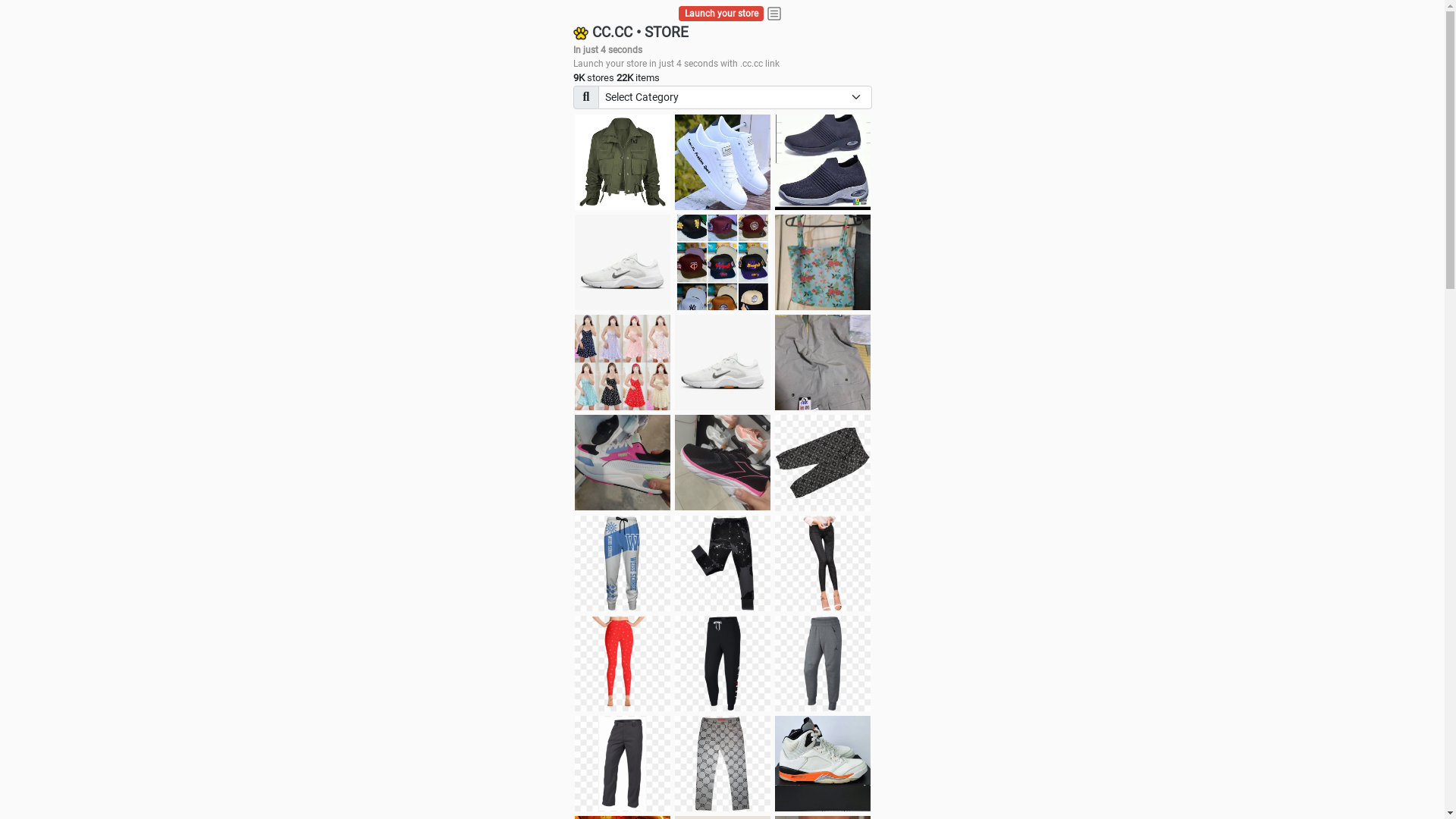 This screenshot has height=819, width=1456. I want to click on 'white shoes', so click(722, 162).